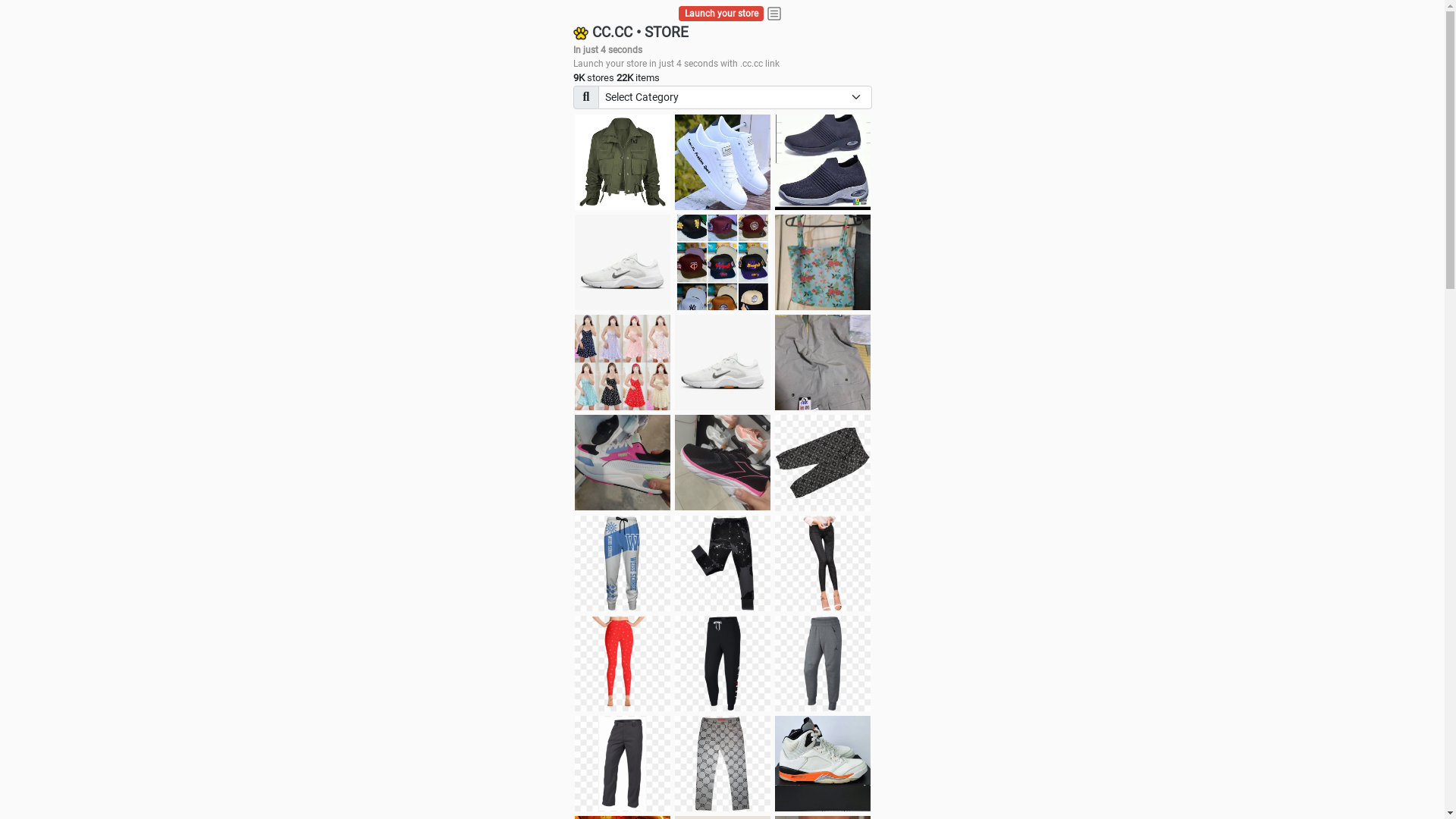 This screenshot has height=819, width=1456. I want to click on 'white shoes', so click(722, 162).